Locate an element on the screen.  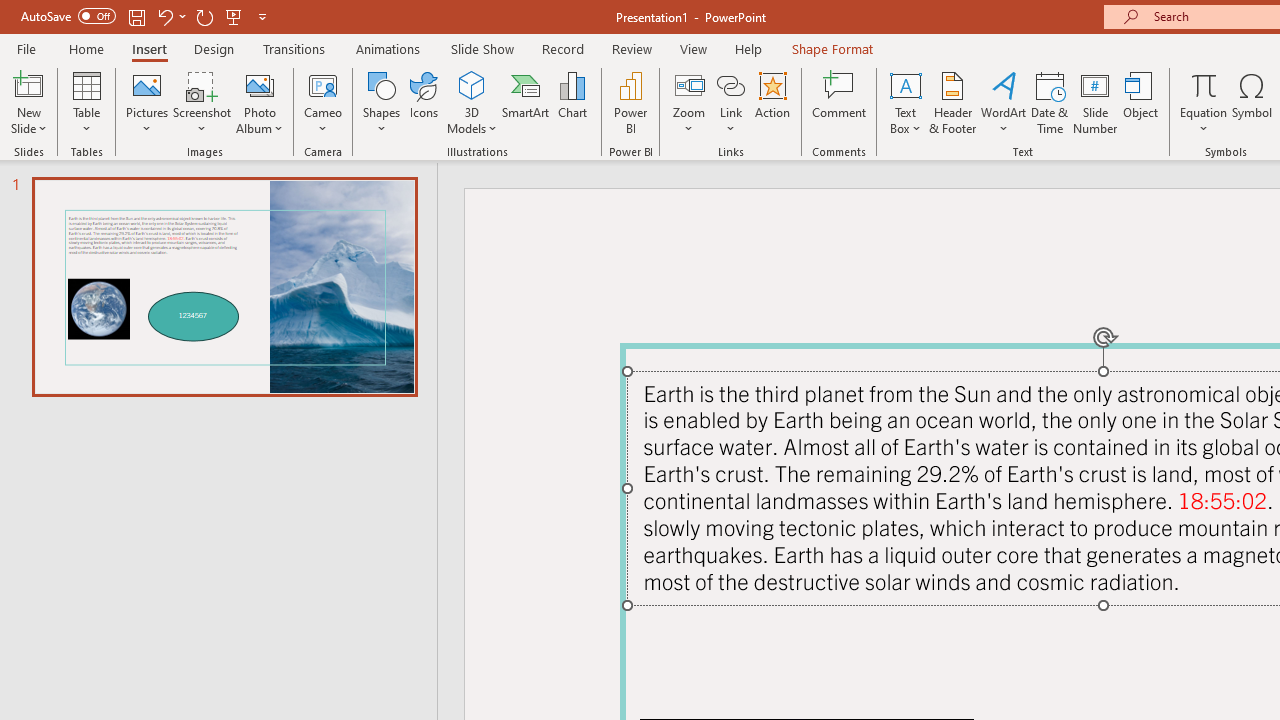
'New Photo Album...' is located at coordinates (258, 84).